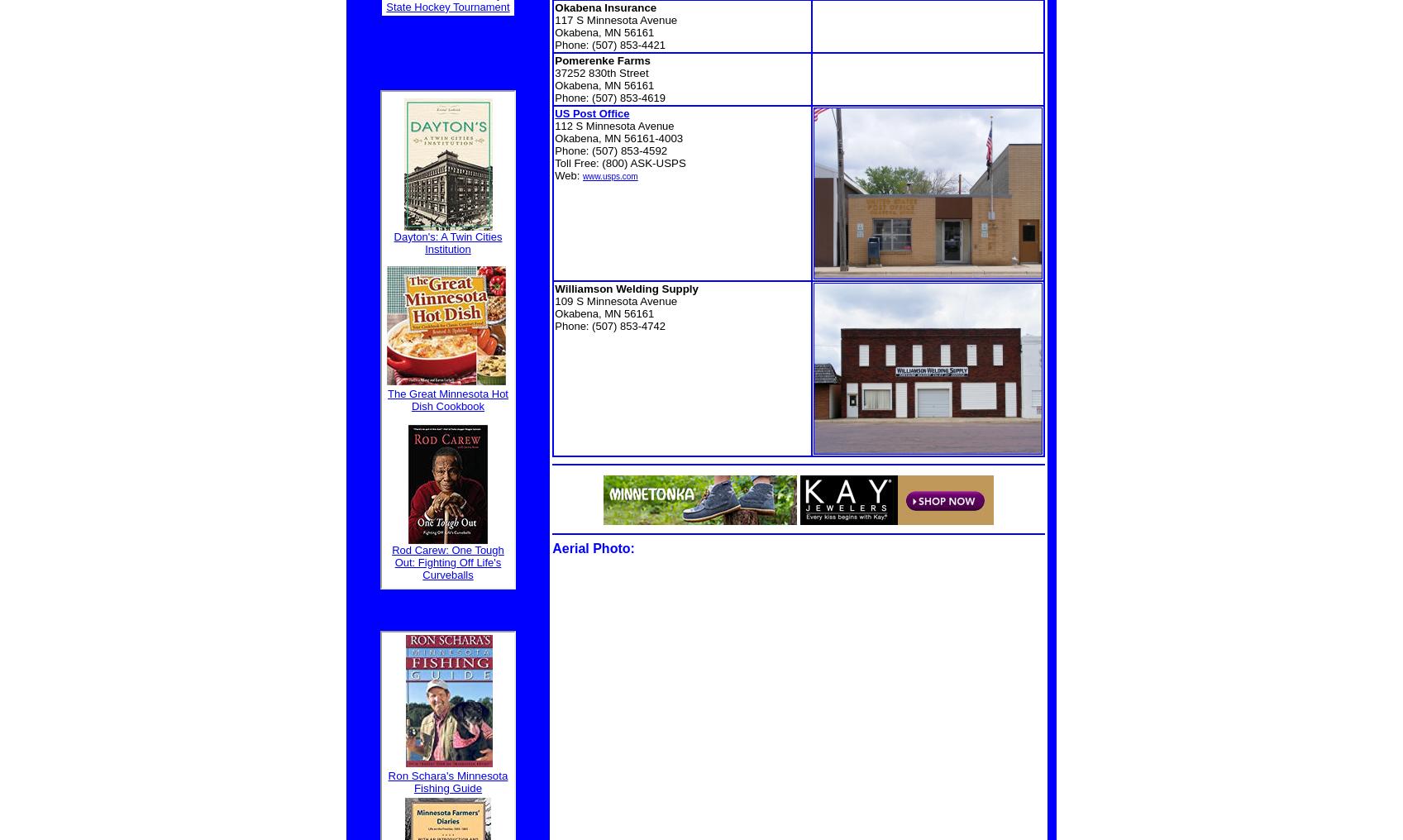  What do you see at coordinates (608, 325) in the screenshot?
I see `'Phone: (507) 853-4742'` at bounding box center [608, 325].